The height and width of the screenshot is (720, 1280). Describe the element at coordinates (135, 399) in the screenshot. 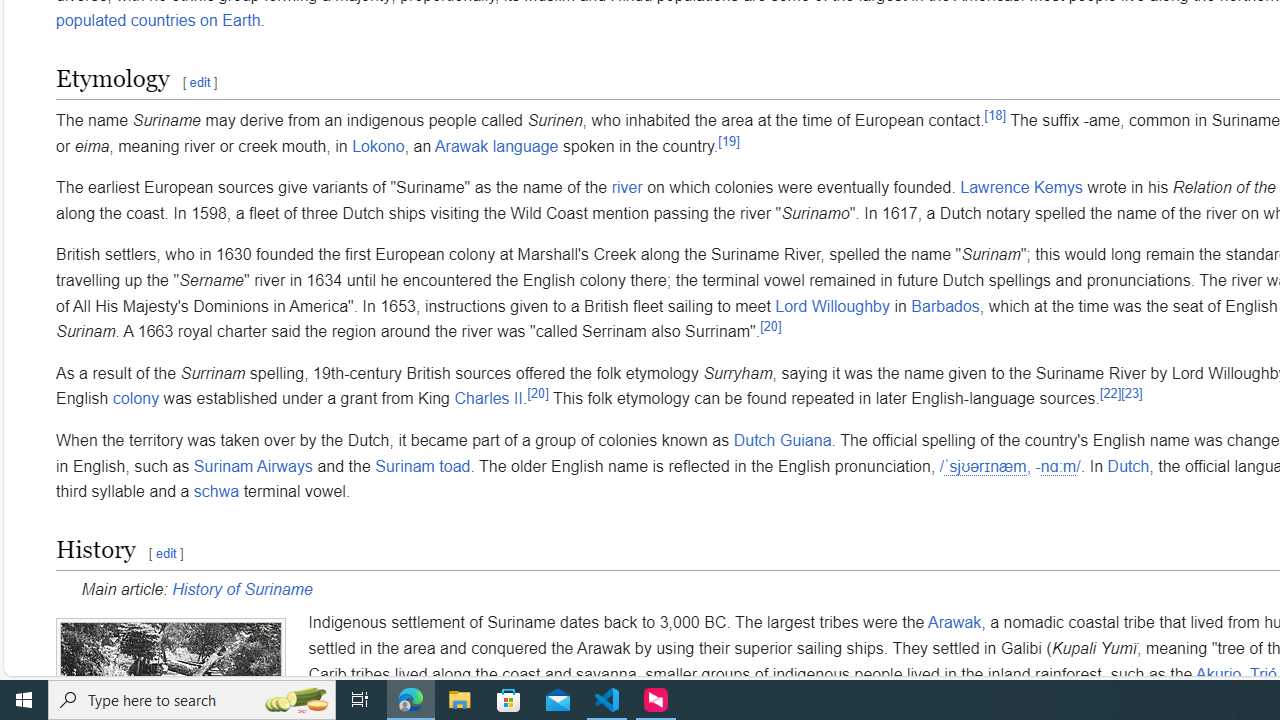

I see `'colony'` at that location.